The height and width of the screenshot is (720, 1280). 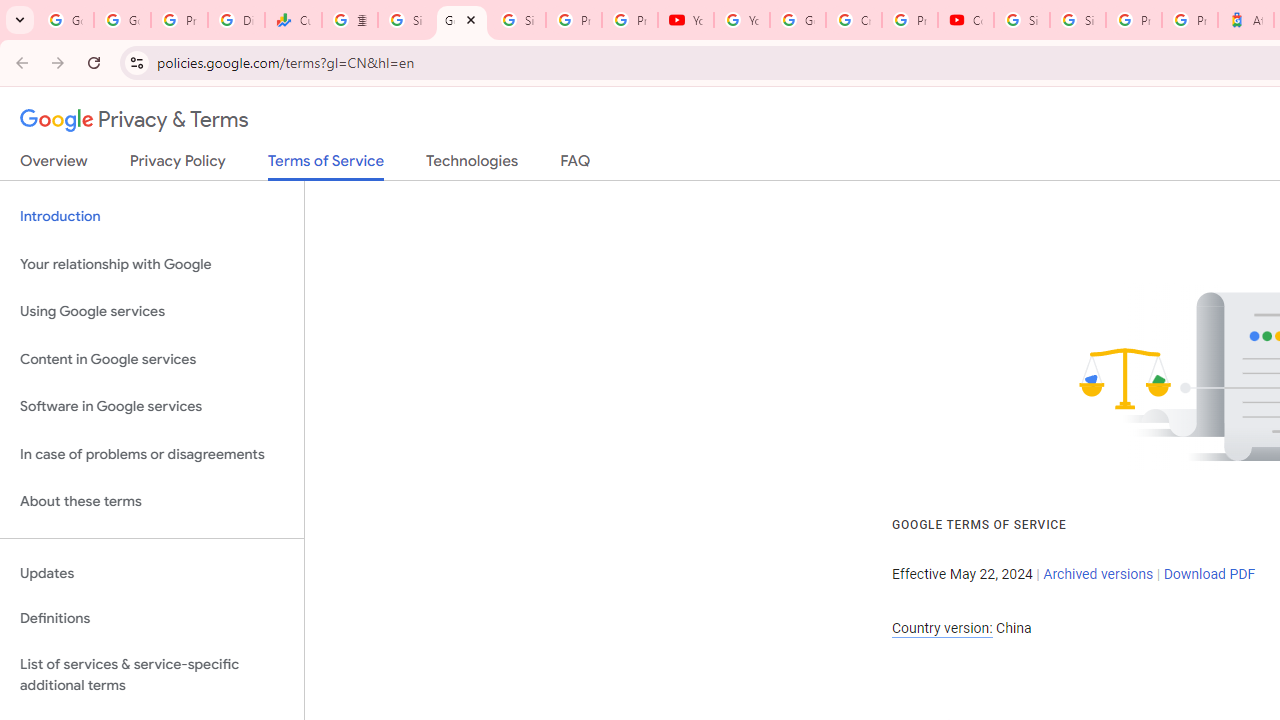 What do you see at coordinates (151, 217) in the screenshot?
I see `'Introduction'` at bounding box center [151, 217].